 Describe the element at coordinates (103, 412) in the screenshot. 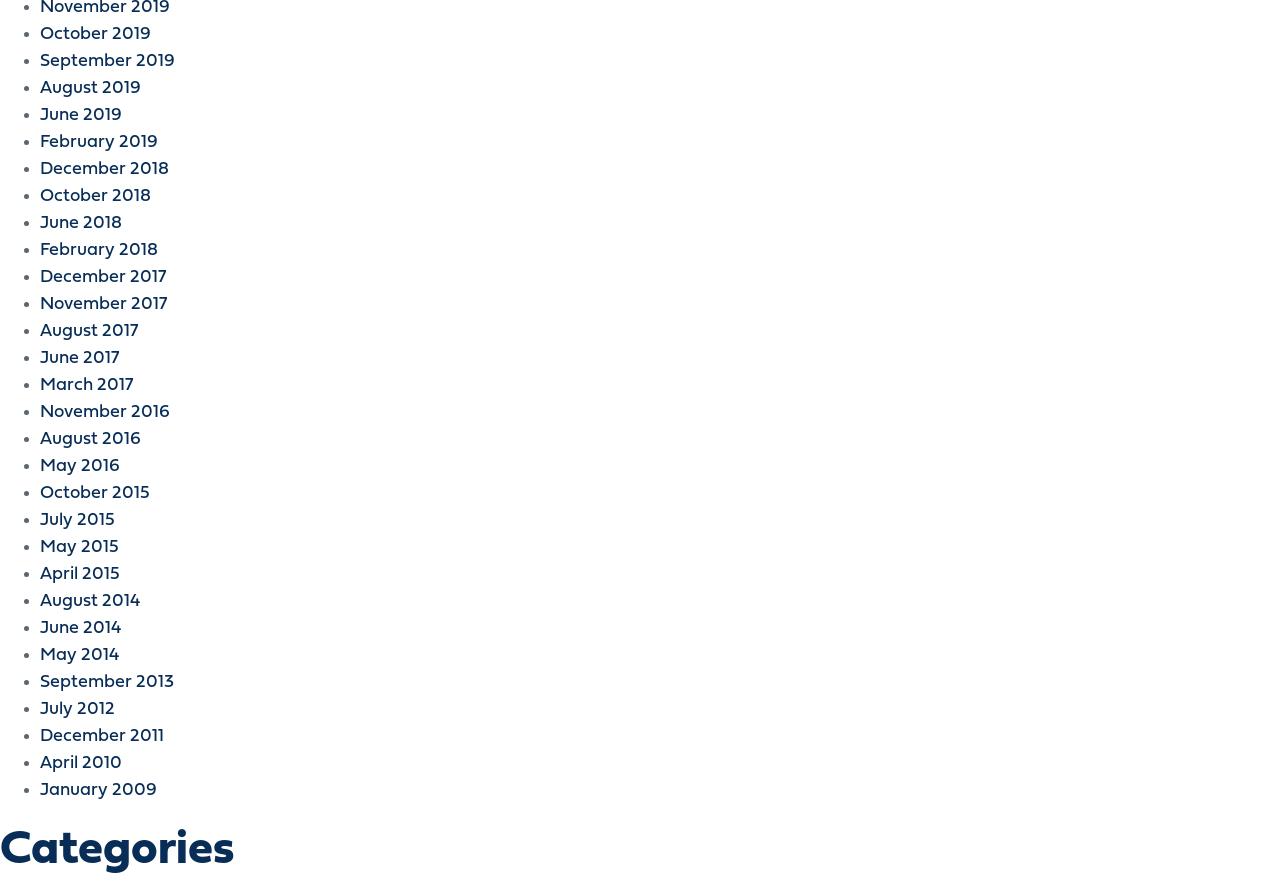

I see `'November 2016'` at that location.